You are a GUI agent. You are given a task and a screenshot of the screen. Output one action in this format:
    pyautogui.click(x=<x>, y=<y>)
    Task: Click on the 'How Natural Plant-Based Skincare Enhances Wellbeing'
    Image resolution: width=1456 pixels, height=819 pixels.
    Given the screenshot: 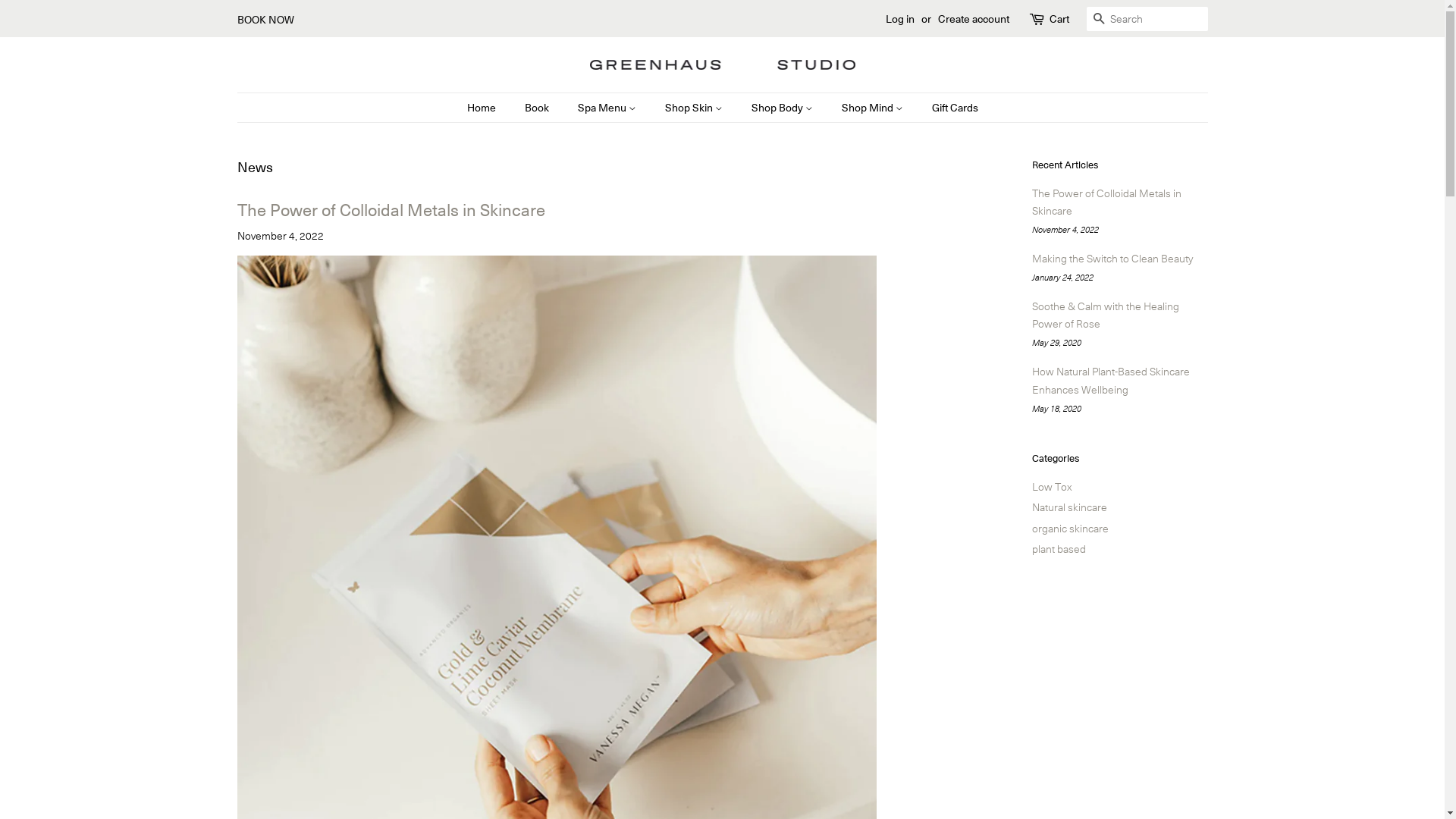 What is the action you would take?
    pyautogui.click(x=1110, y=379)
    